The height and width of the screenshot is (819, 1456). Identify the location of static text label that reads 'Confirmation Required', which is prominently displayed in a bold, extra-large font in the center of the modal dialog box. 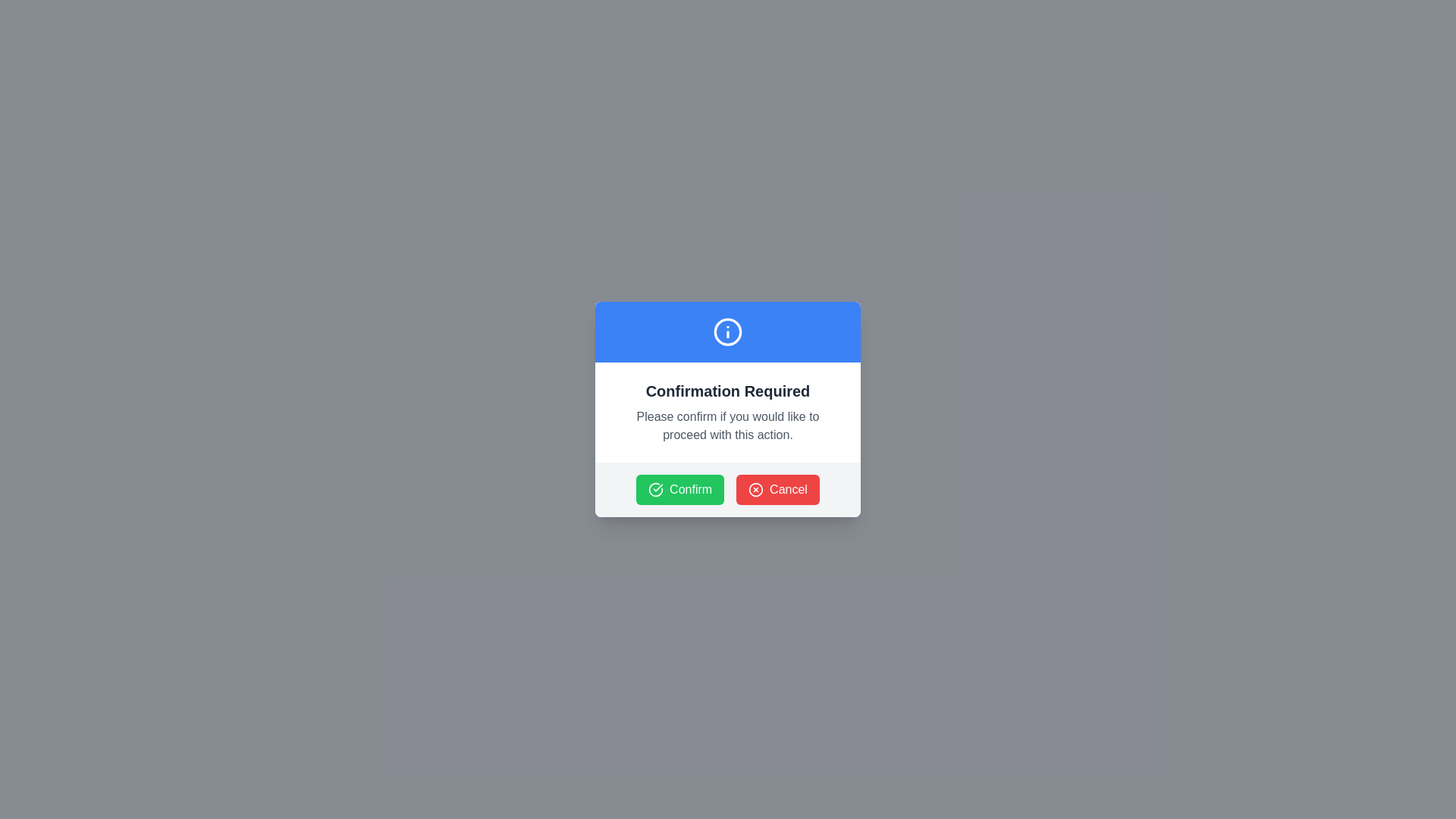
(728, 391).